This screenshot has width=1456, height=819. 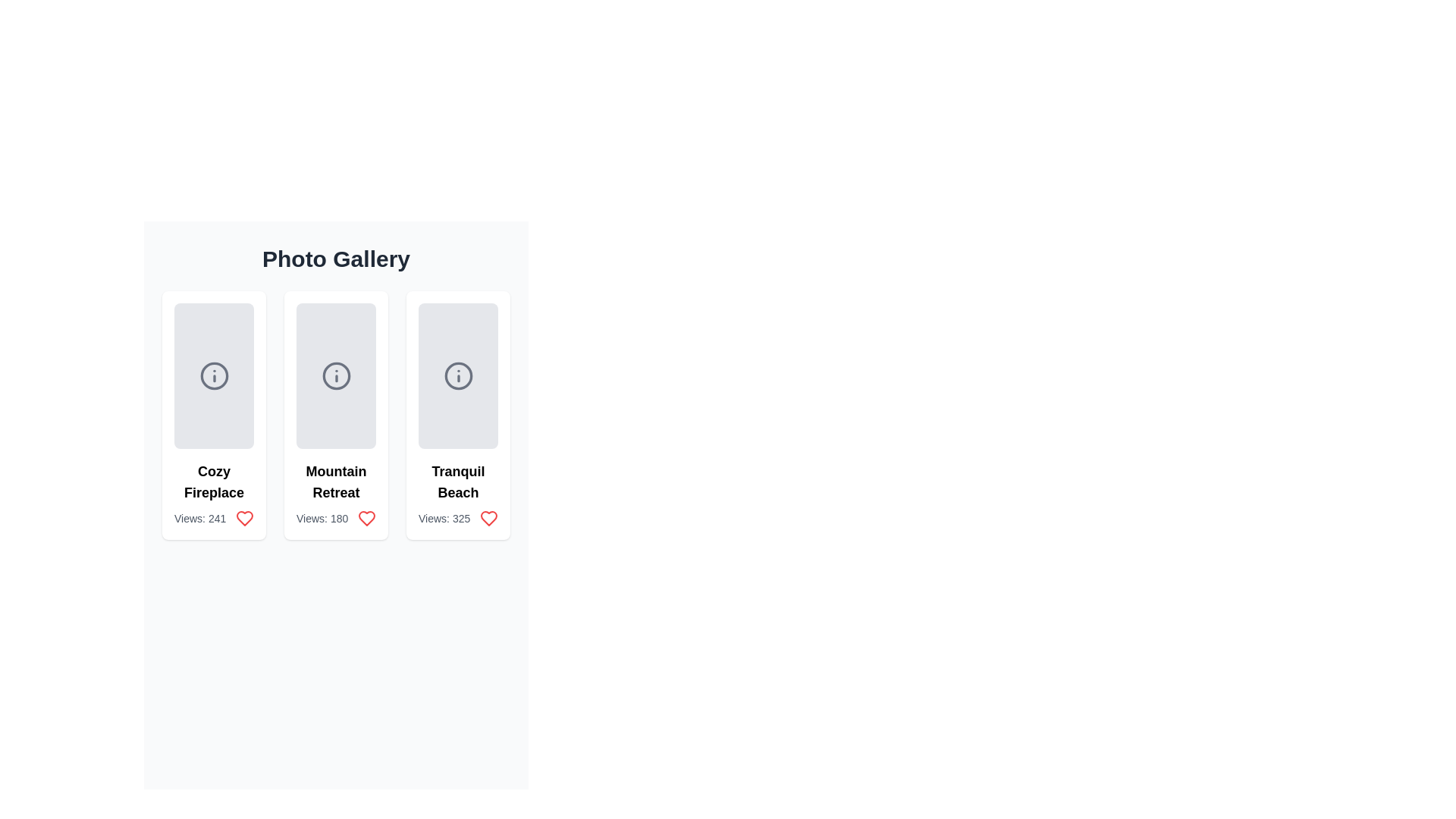 What do you see at coordinates (335, 482) in the screenshot?
I see `bold text label displaying 'Mountain Retreat' located in the middle card of the horizontally aligned row of cards under the 'Photo Gallery' title` at bounding box center [335, 482].